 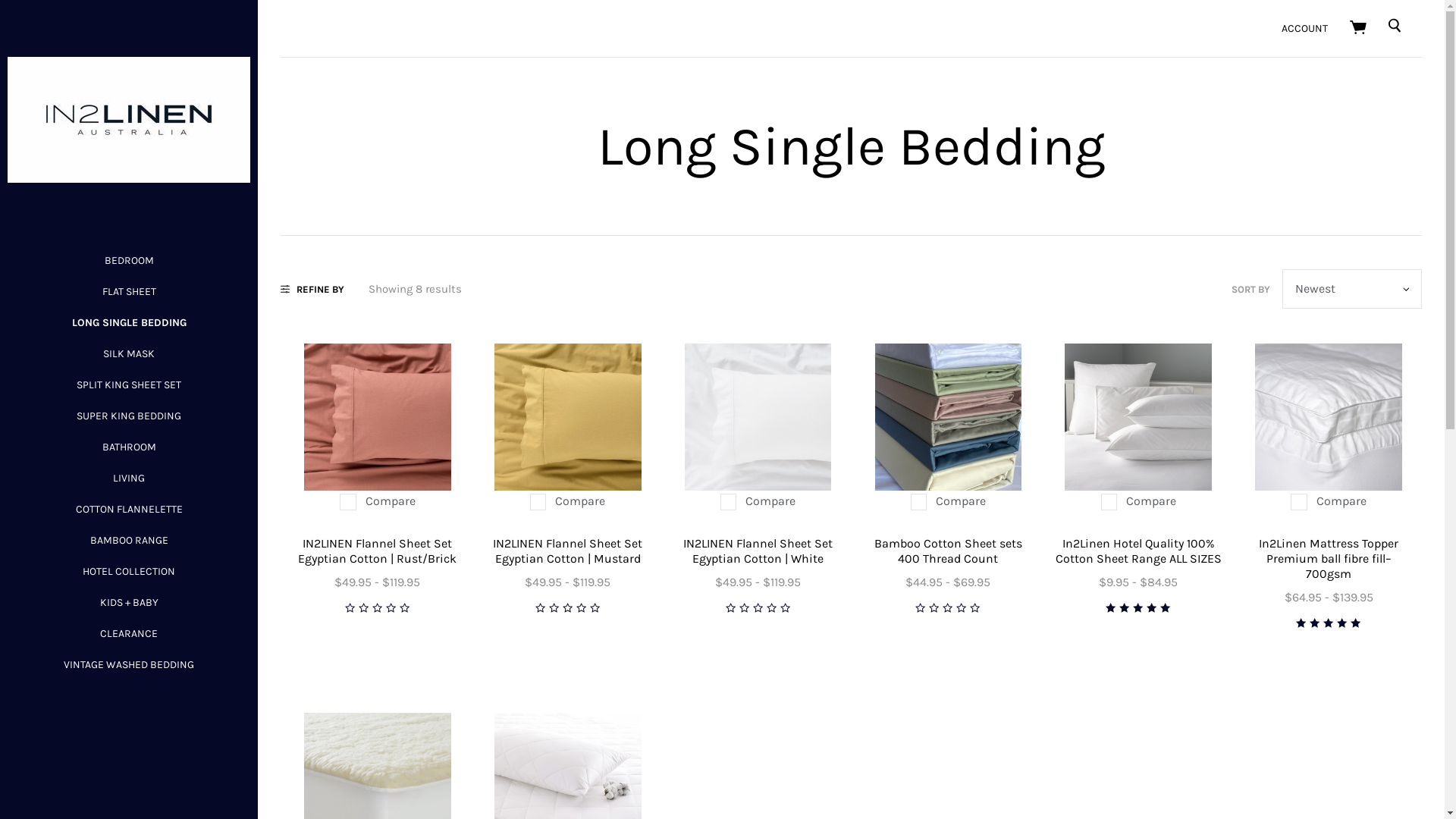 I want to click on 'LONG SINGLE BEDDING', so click(x=128, y=322).